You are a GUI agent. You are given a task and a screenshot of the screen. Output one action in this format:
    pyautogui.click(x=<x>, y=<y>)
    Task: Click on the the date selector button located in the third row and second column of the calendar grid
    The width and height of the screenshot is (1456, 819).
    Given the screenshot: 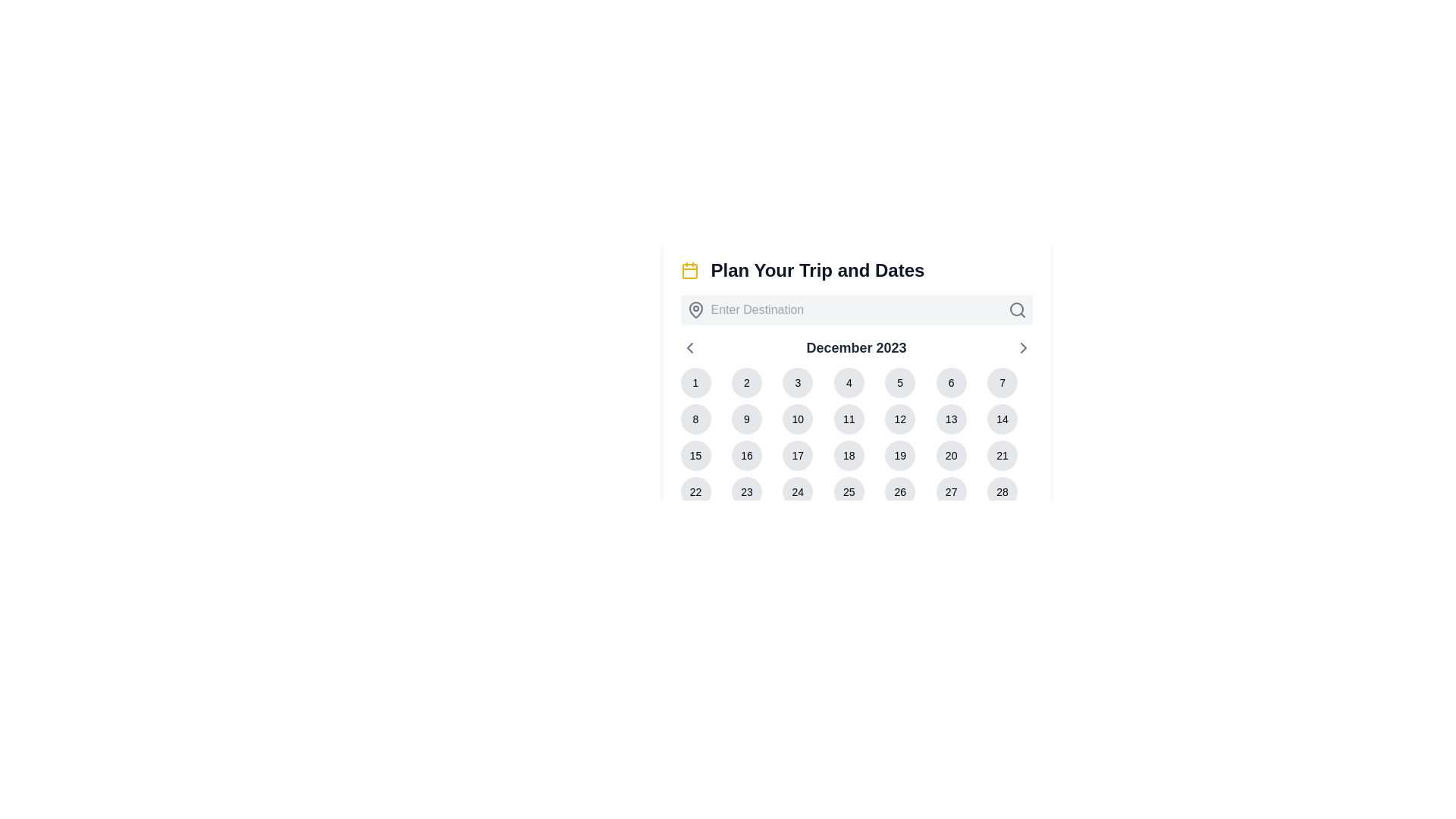 What is the action you would take?
    pyautogui.click(x=746, y=455)
    